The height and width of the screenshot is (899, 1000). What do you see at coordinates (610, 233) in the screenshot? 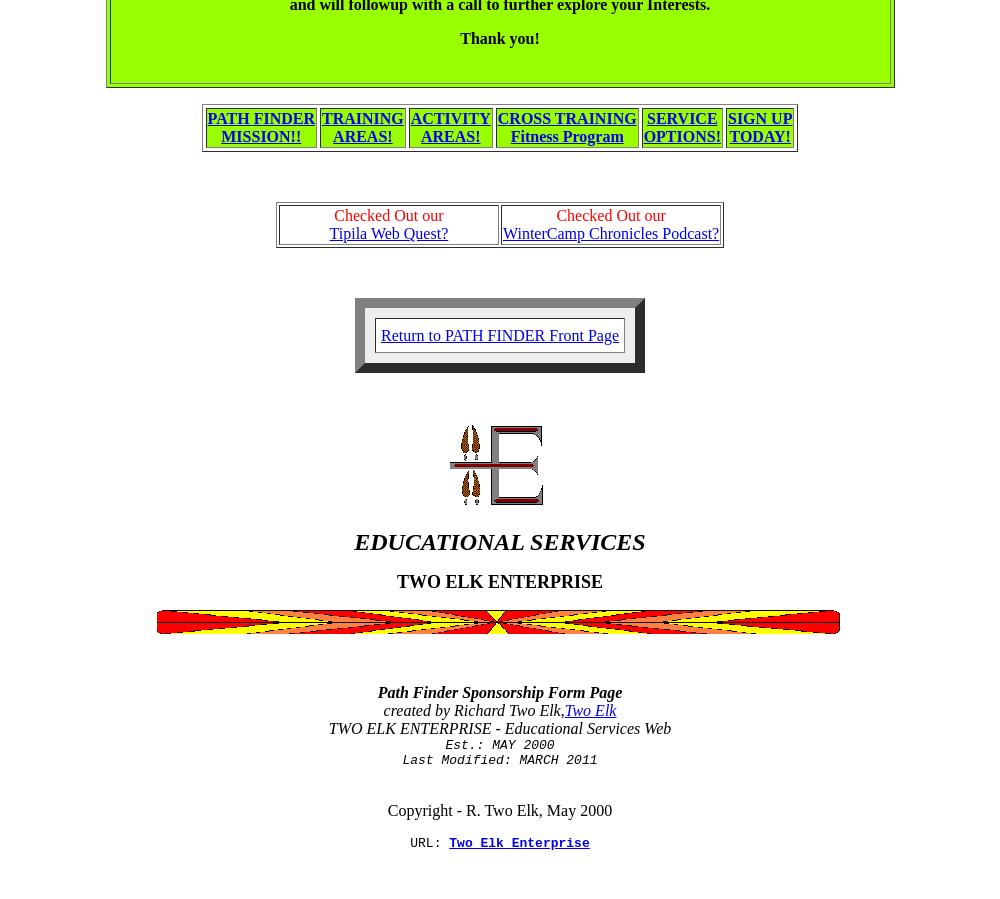
I see `'WinterCamp Chronicles Podcast?'` at bounding box center [610, 233].